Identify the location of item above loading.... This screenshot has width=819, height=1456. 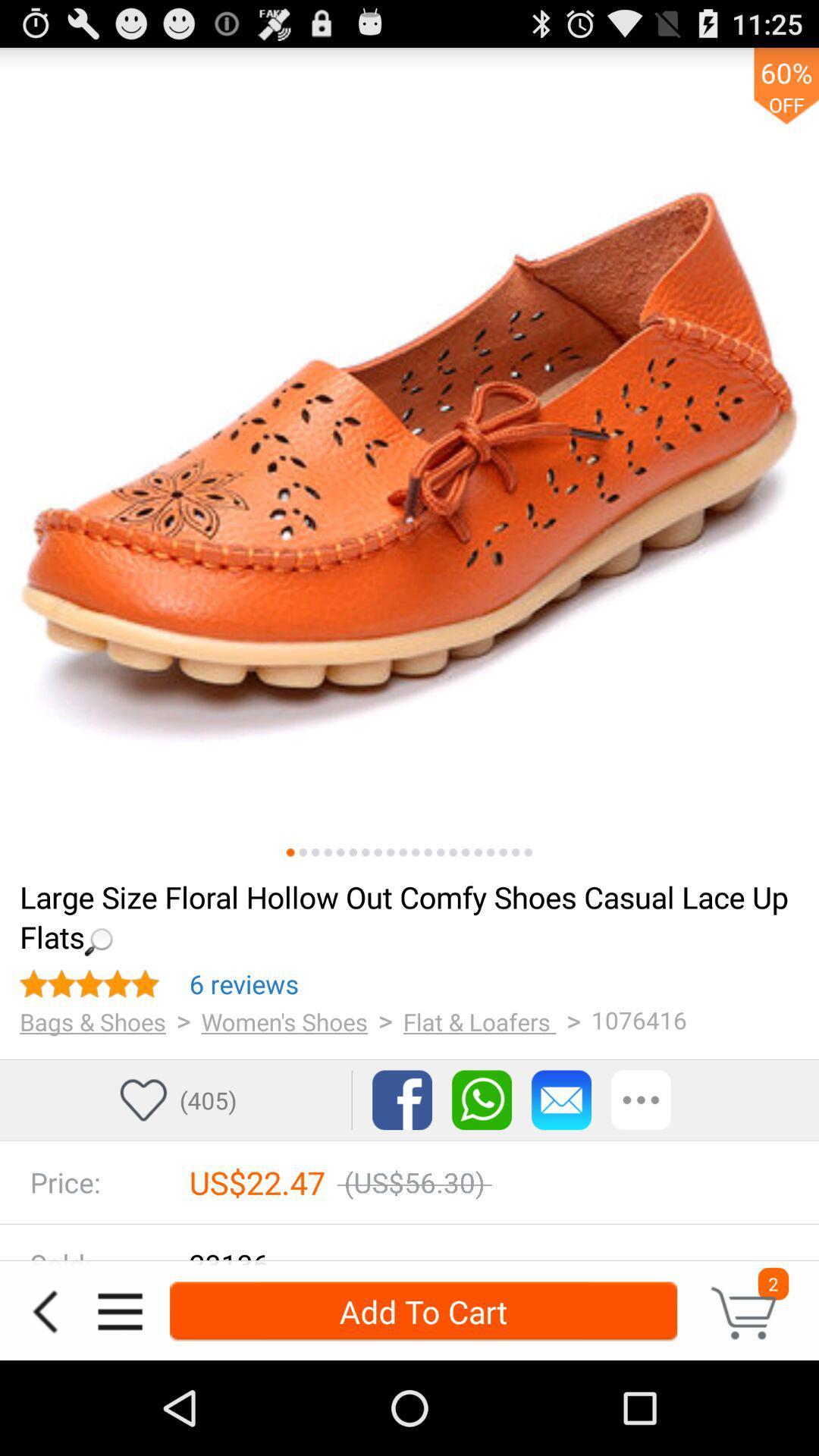
(515, 852).